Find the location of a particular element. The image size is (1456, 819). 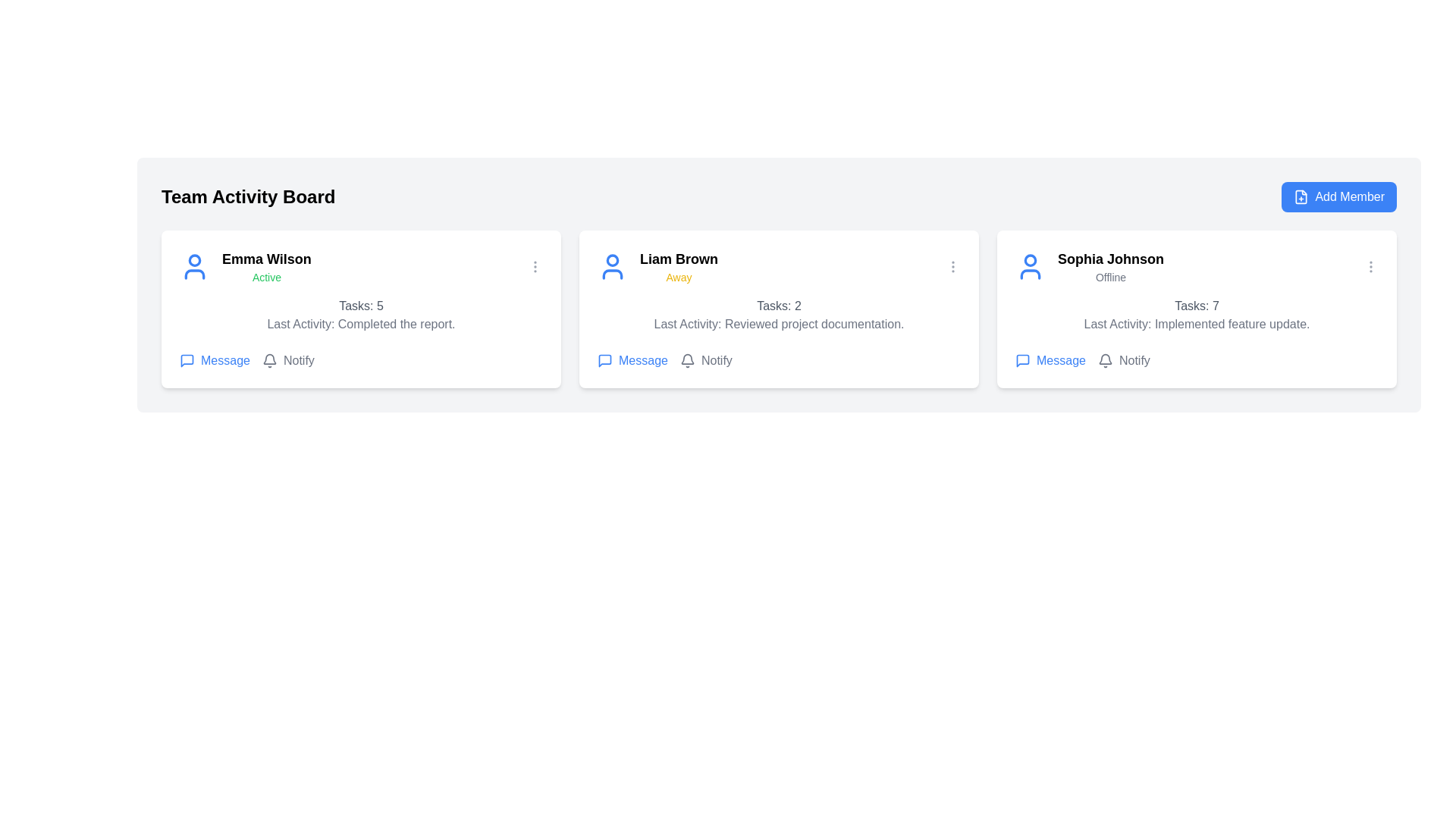

text displayed in the Text Display element that shows the user's last activity, which is 'Implemented feature update.' is located at coordinates (1196, 324).